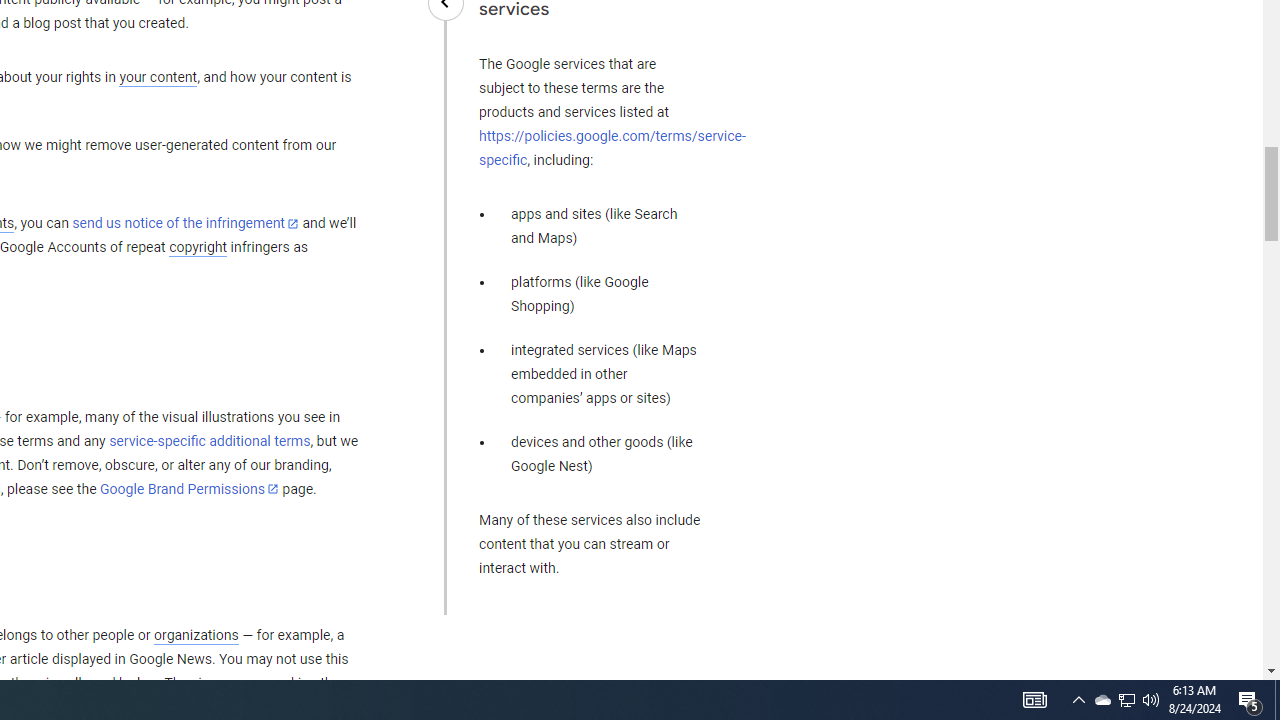 The width and height of the screenshot is (1280, 720). Describe the element at coordinates (185, 224) in the screenshot. I see `'send us notice of the infringement'` at that location.